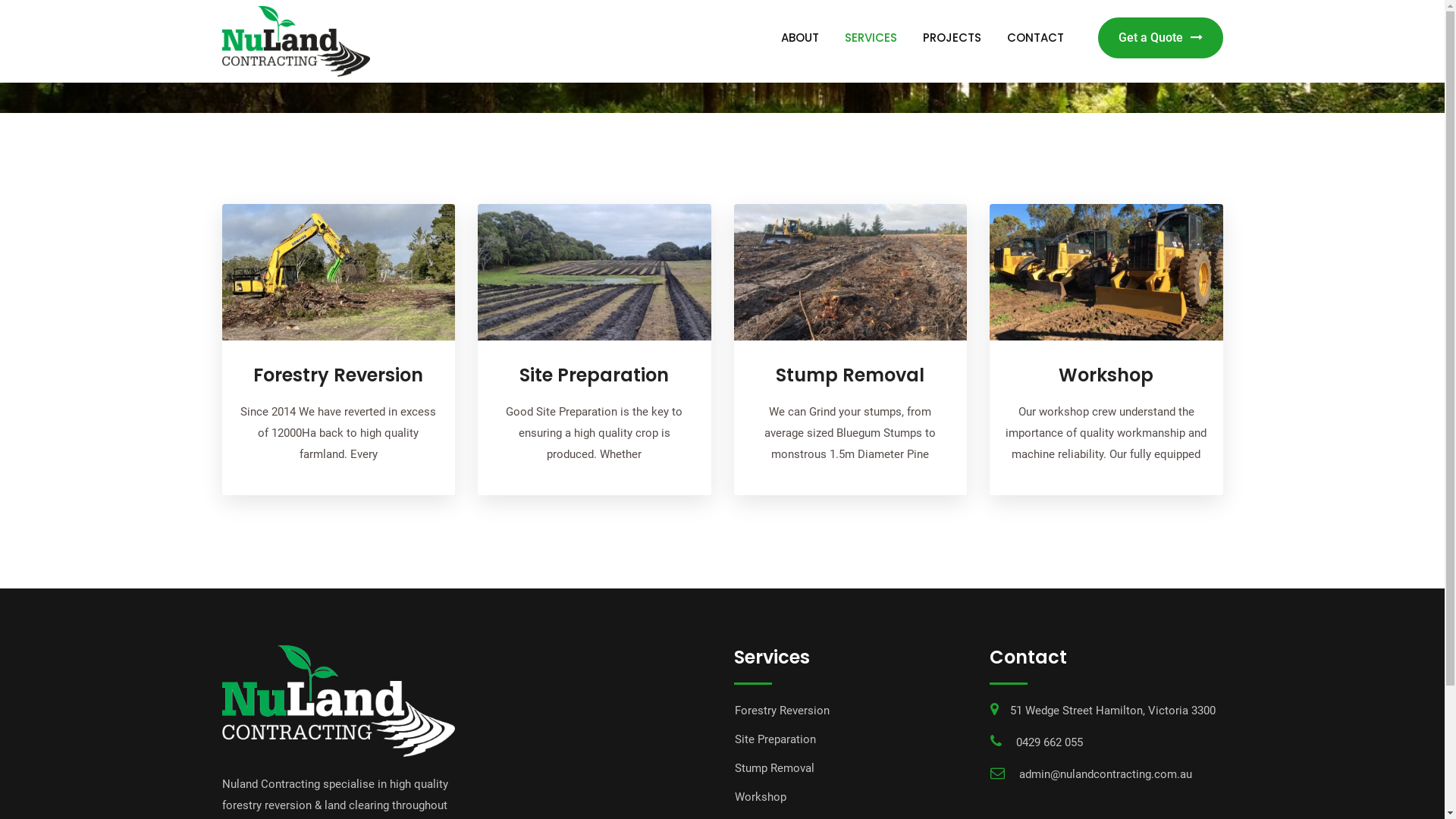 This screenshot has height=819, width=1456. What do you see at coordinates (870, 37) in the screenshot?
I see `'SERVICES'` at bounding box center [870, 37].